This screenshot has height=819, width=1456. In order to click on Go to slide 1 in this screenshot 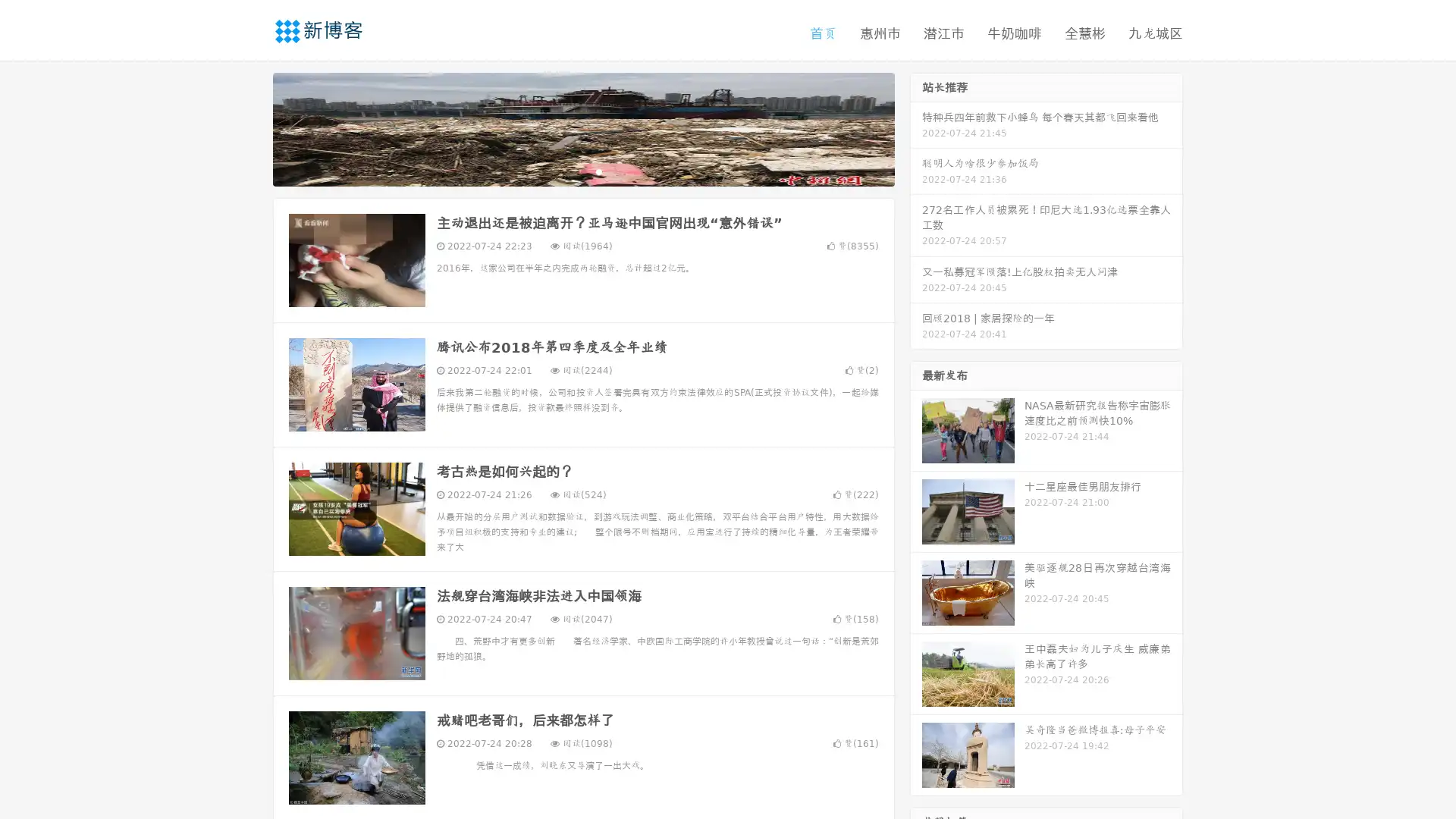, I will do `click(567, 171)`.